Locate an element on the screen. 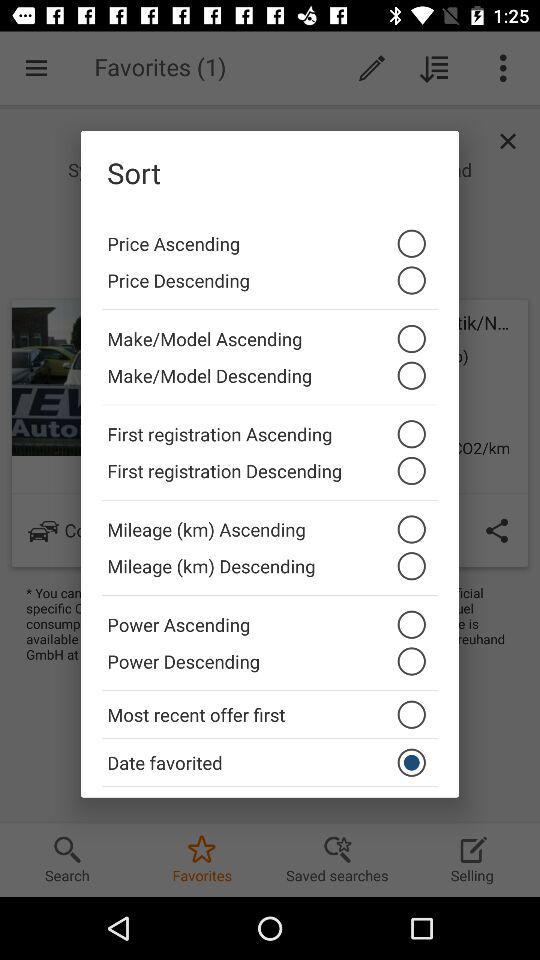 The width and height of the screenshot is (540, 960). the power descending is located at coordinates (270, 666).